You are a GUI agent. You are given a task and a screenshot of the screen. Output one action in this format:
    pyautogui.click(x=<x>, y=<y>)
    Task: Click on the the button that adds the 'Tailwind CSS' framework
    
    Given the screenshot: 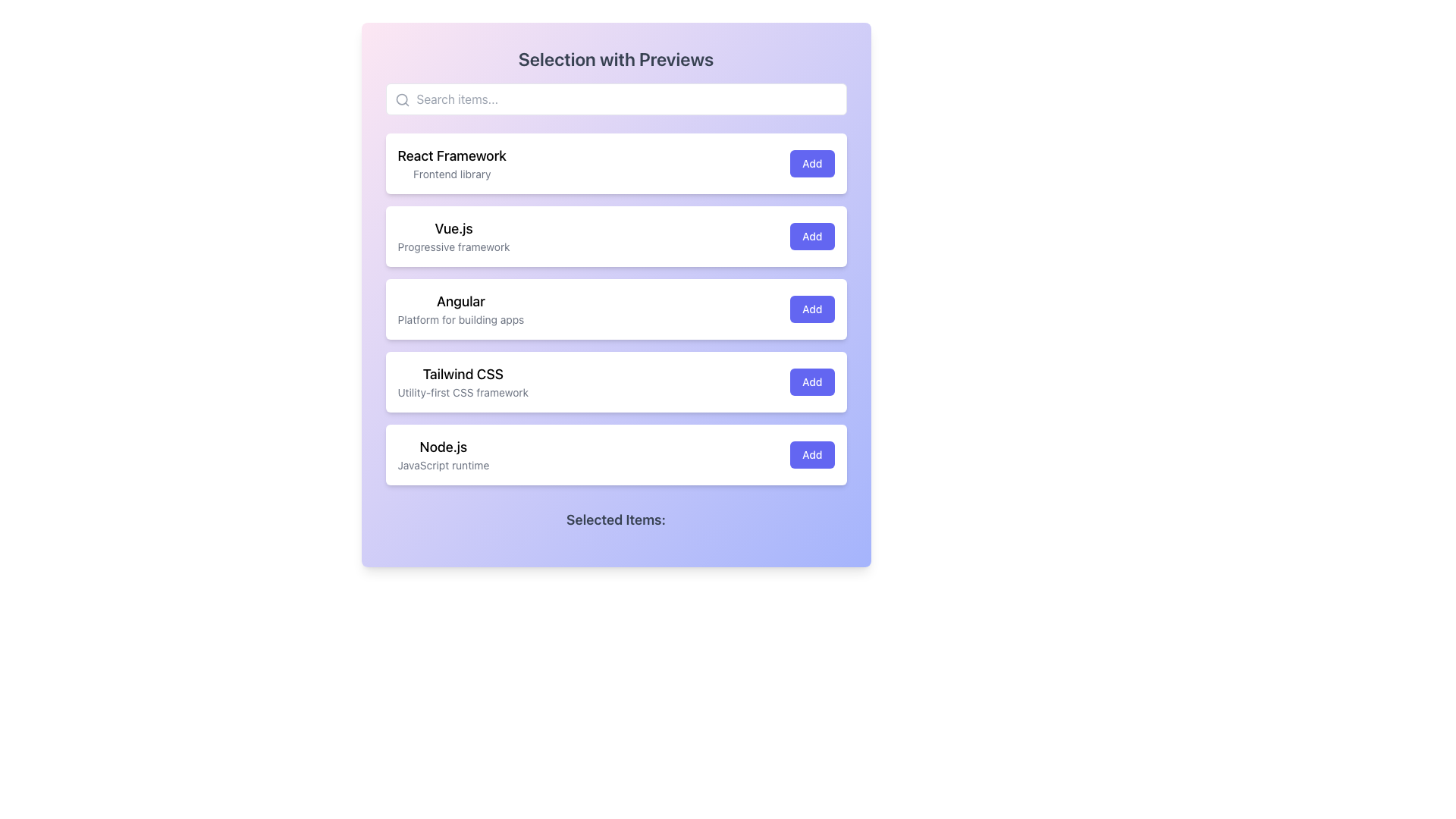 What is the action you would take?
    pyautogui.click(x=811, y=381)
    